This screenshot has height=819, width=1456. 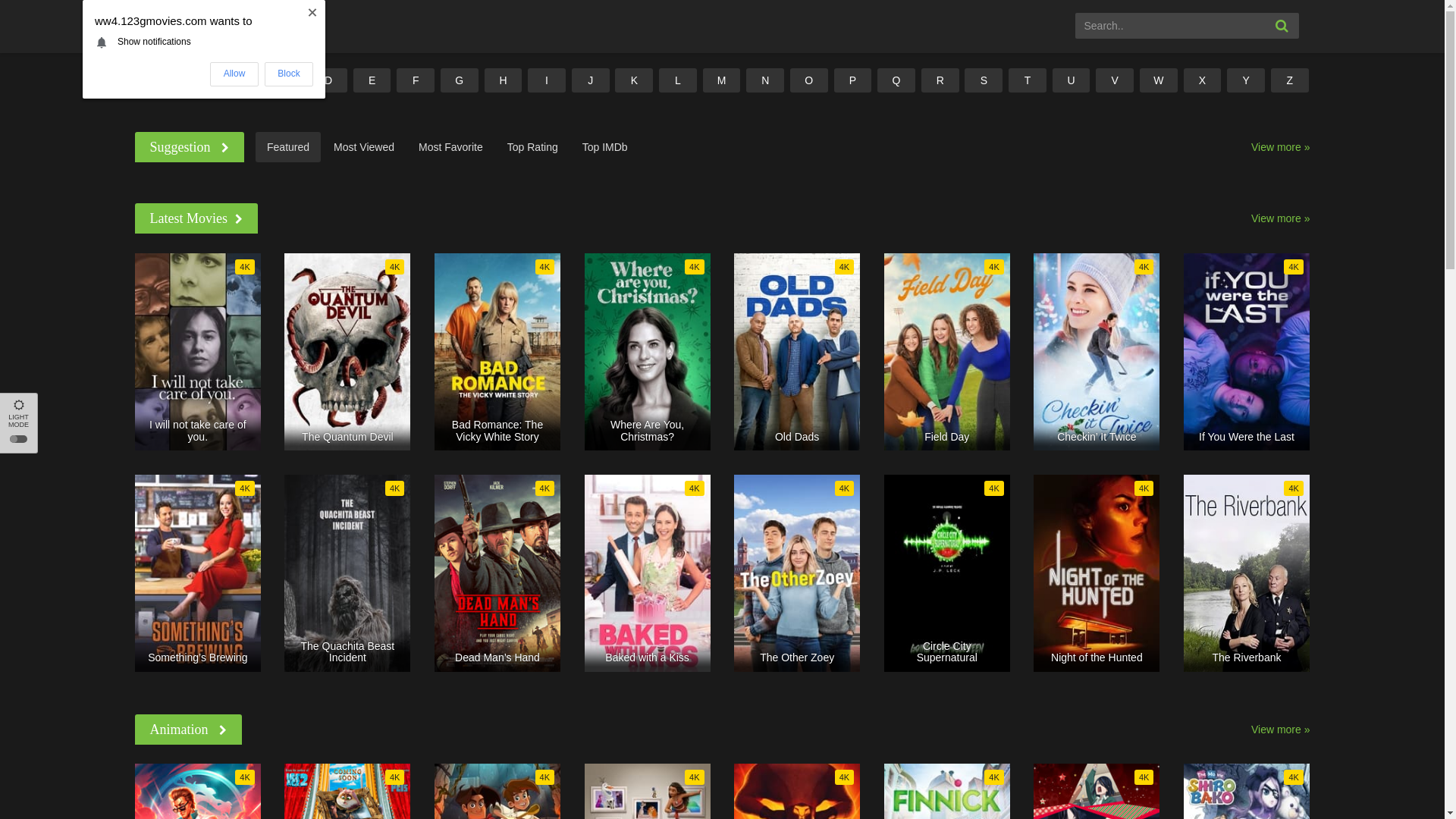 What do you see at coordinates (134, 24) in the screenshot?
I see `'123GMovies'` at bounding box center [134, 24].